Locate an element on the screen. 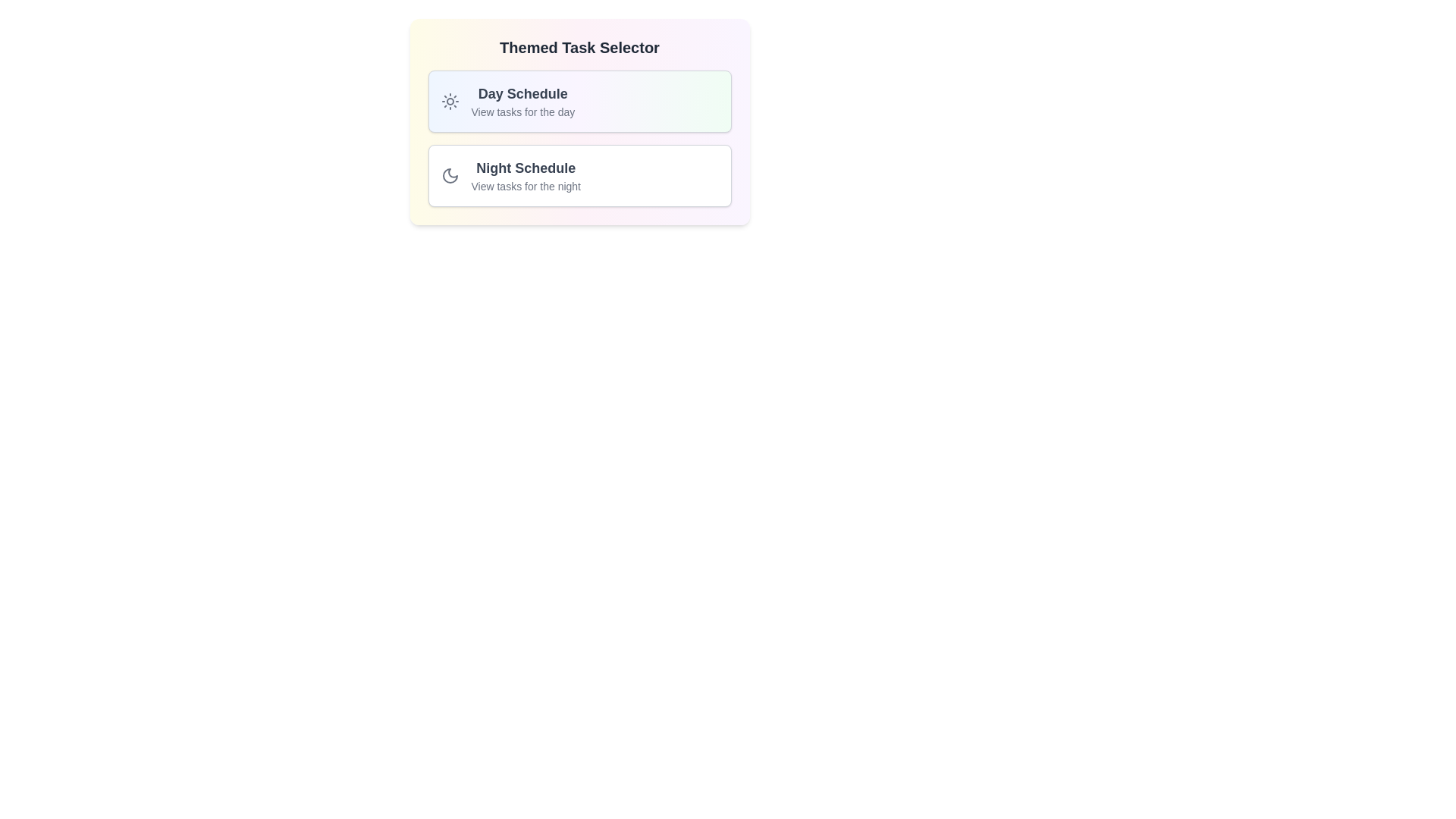  the item Night Schedule to observe the visual effect is located at coordinates (579, 174).